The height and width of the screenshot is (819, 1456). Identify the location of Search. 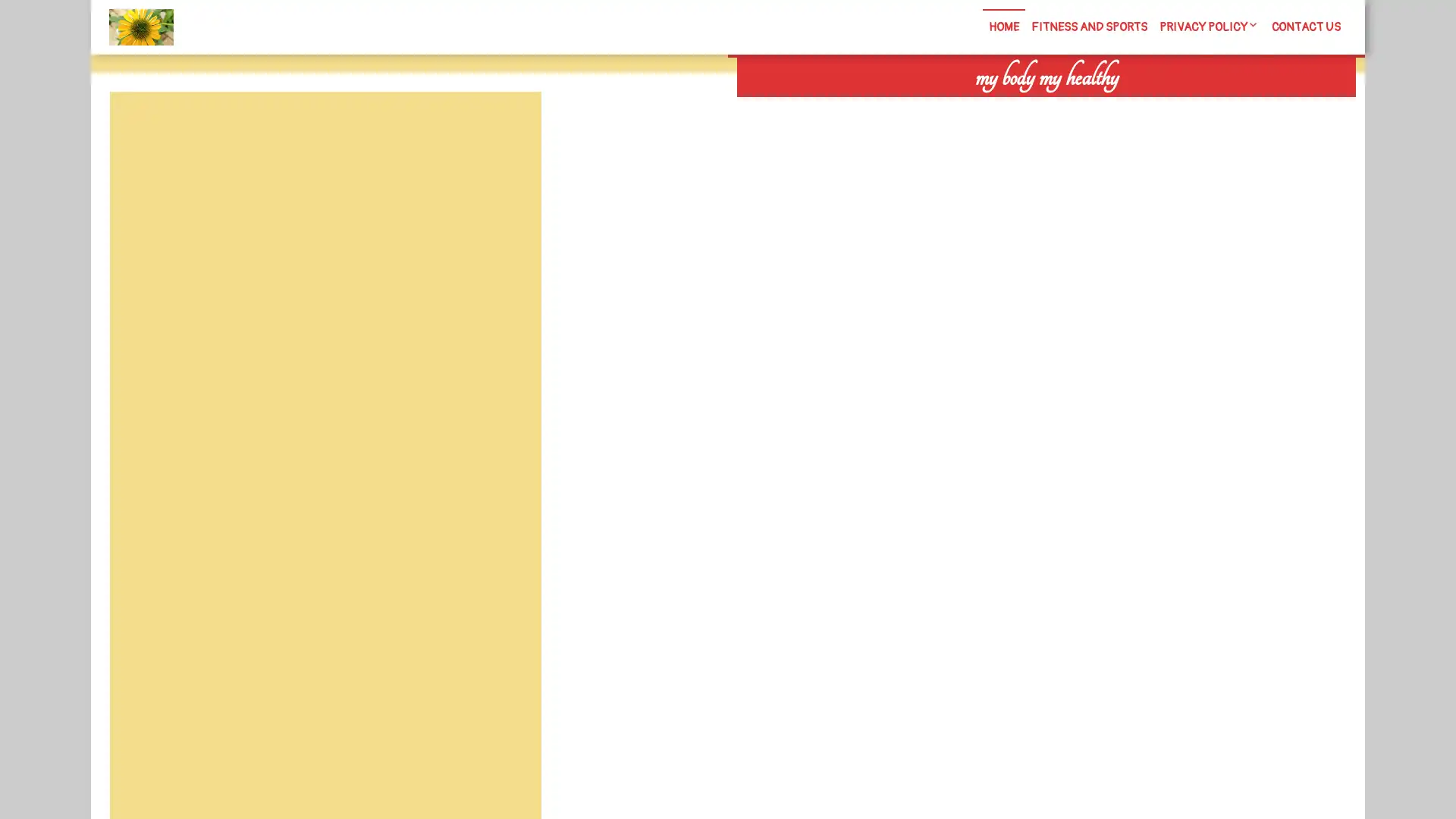
(1181, 106).